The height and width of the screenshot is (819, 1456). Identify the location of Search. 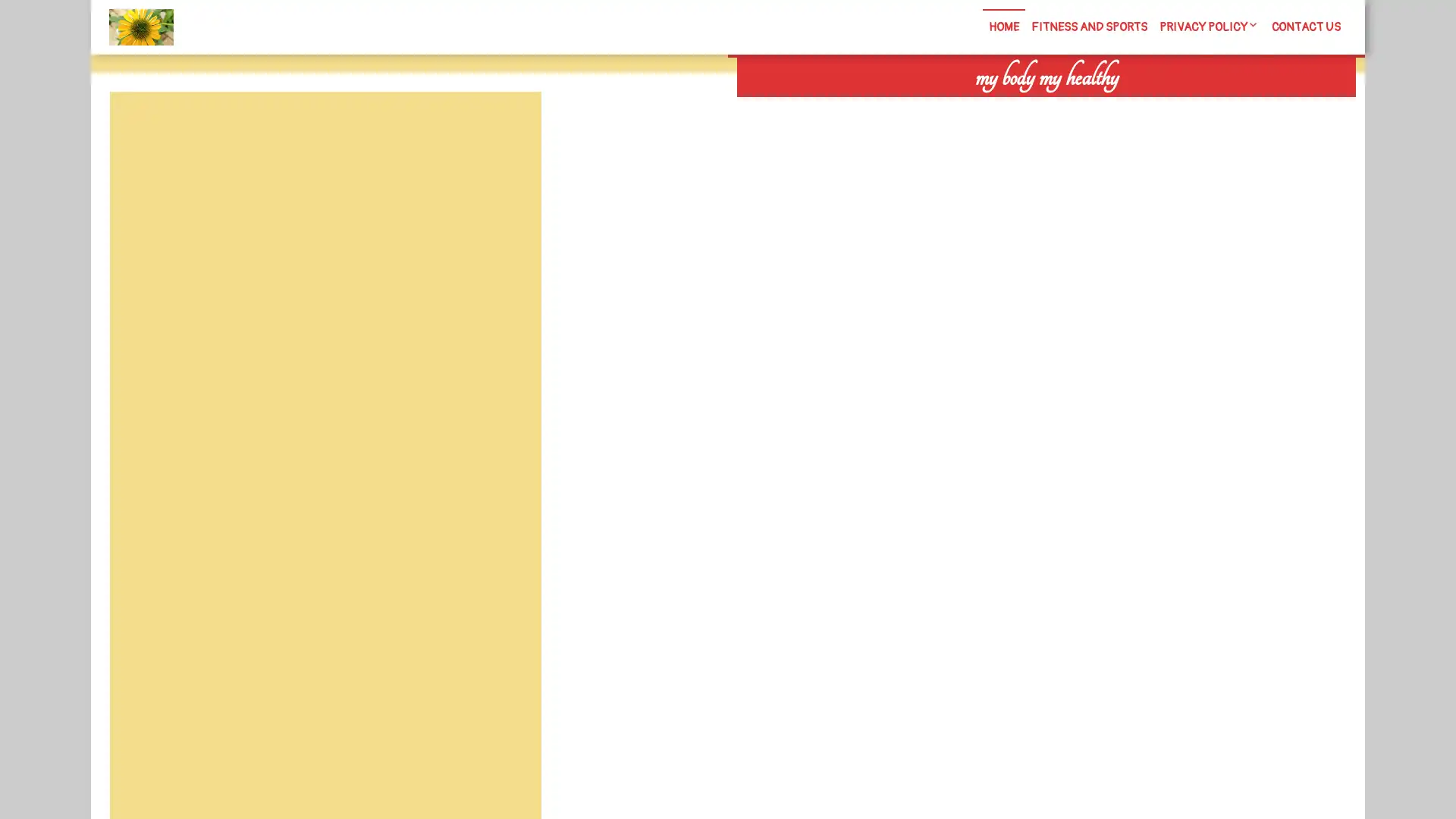
(1181, 106).